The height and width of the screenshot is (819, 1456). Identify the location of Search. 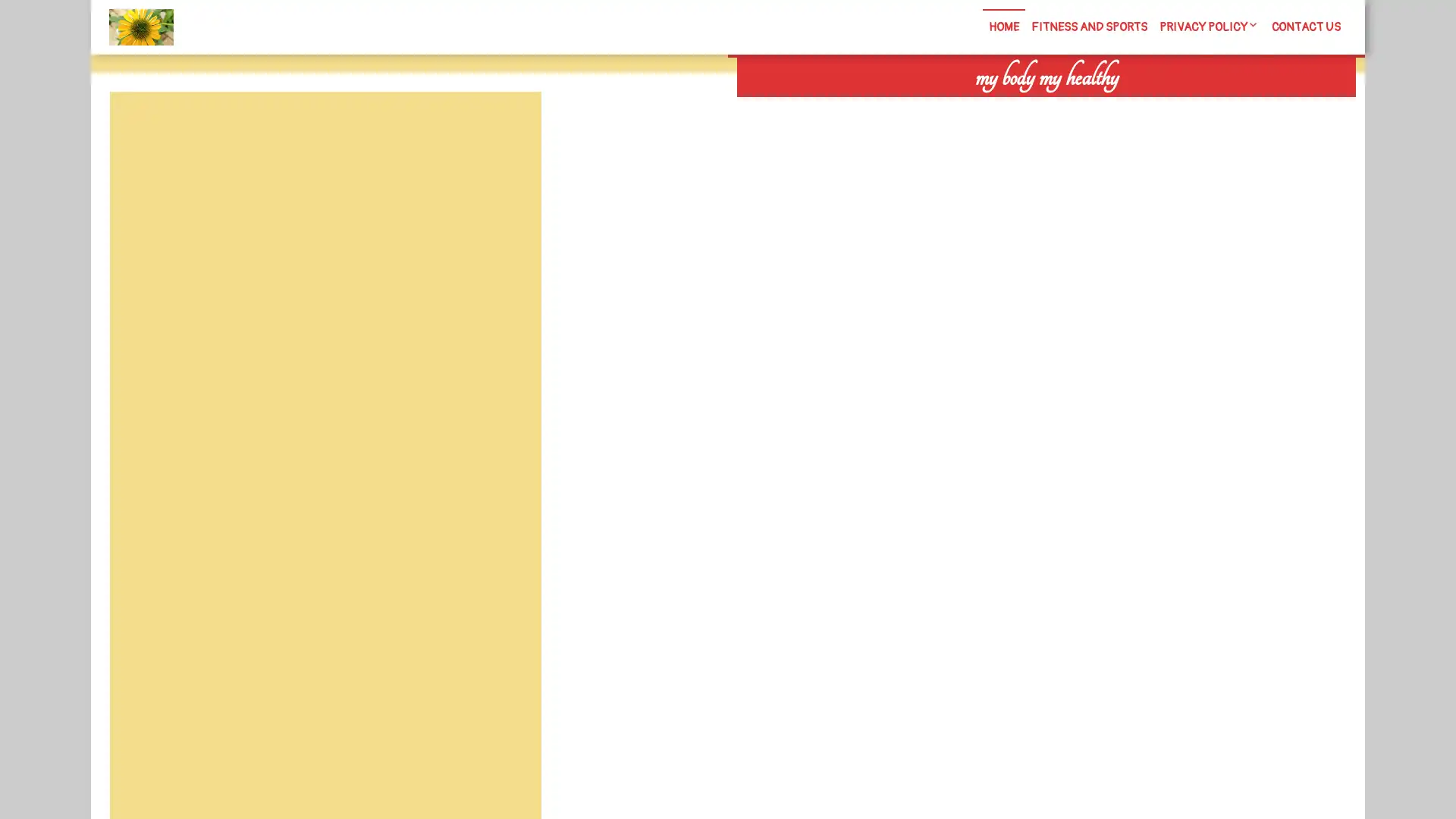
(1181, 106).